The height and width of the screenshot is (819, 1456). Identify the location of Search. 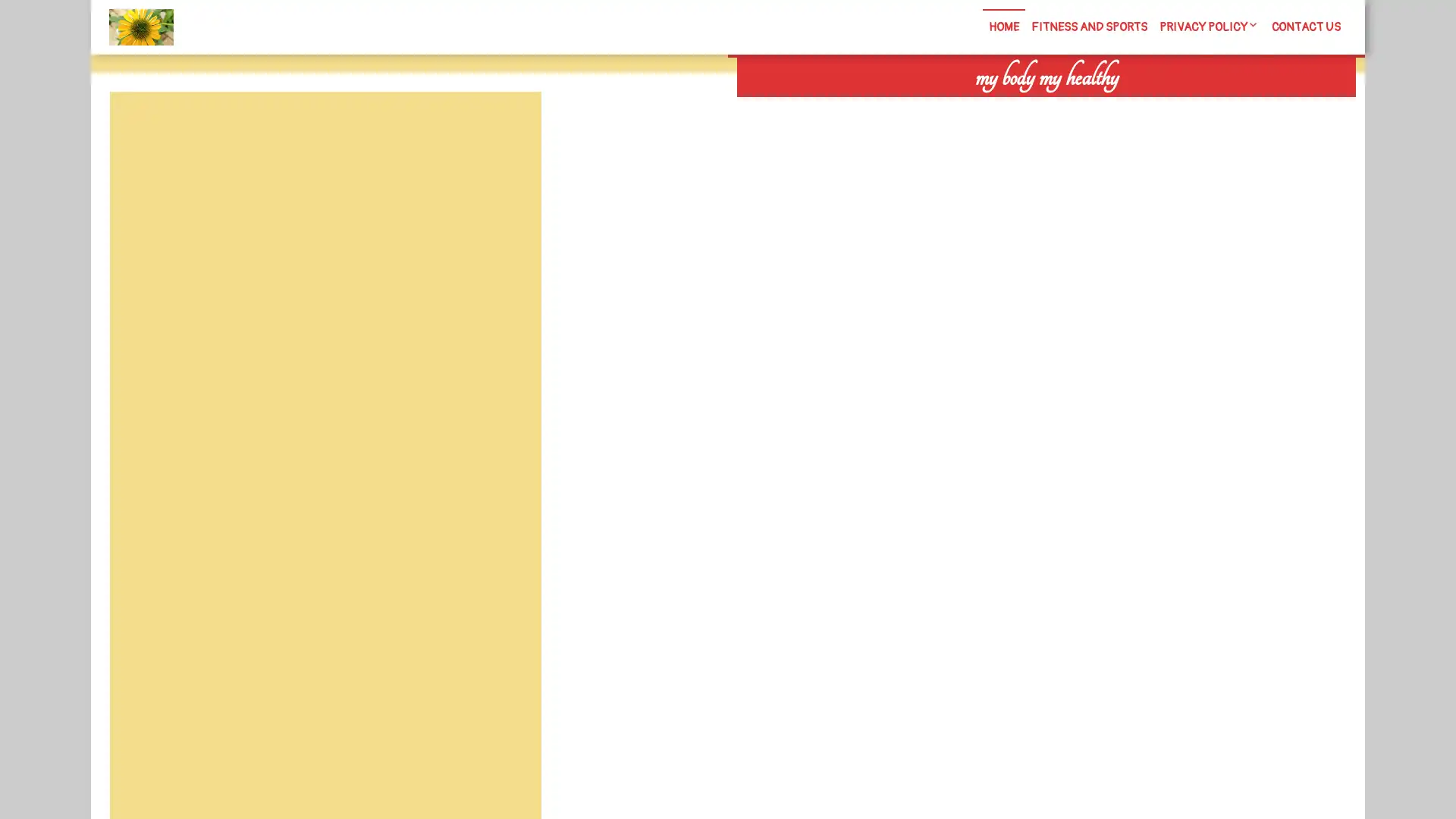
(1181, 106).